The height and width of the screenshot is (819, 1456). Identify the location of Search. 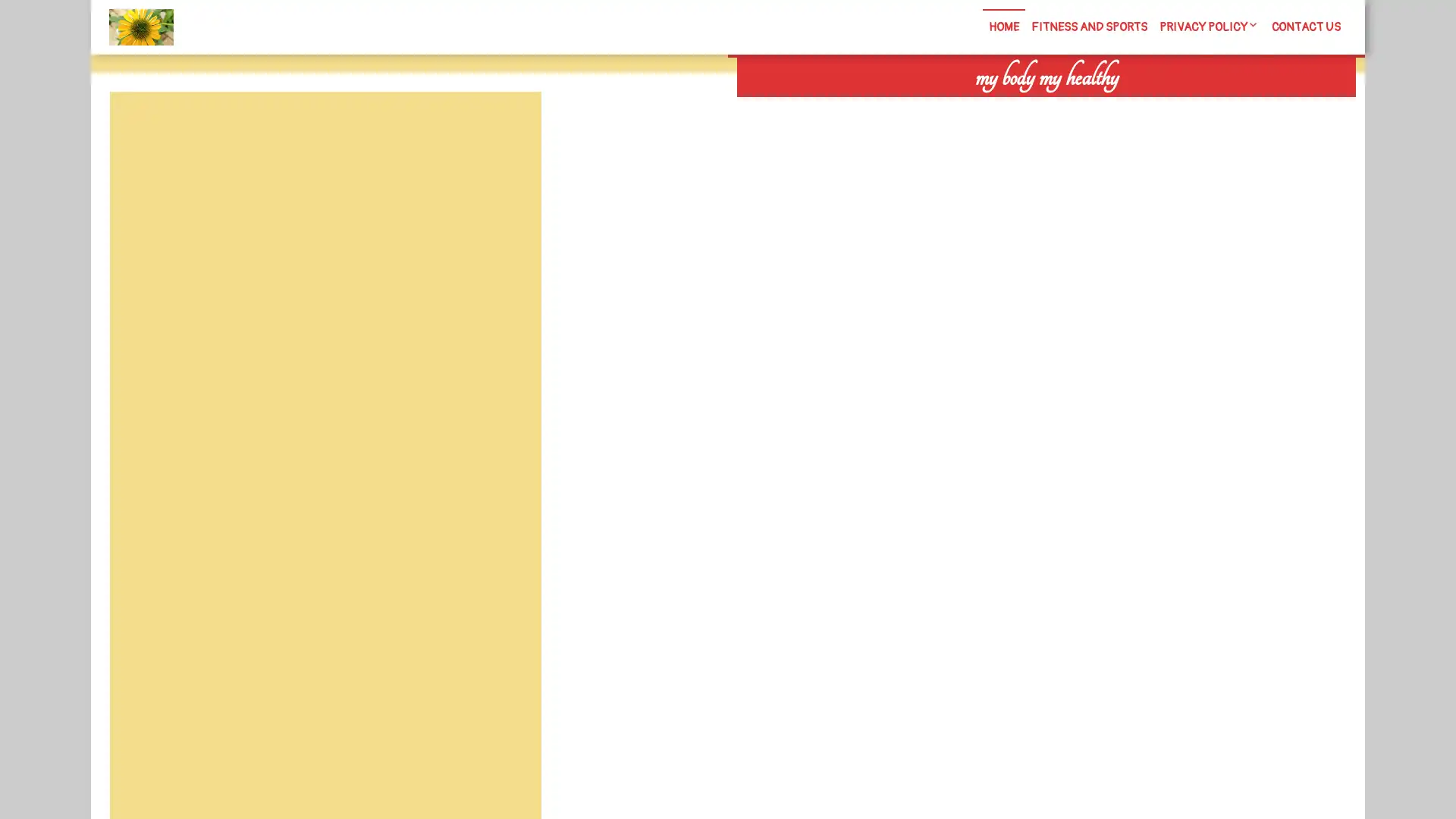
(1181, 106).